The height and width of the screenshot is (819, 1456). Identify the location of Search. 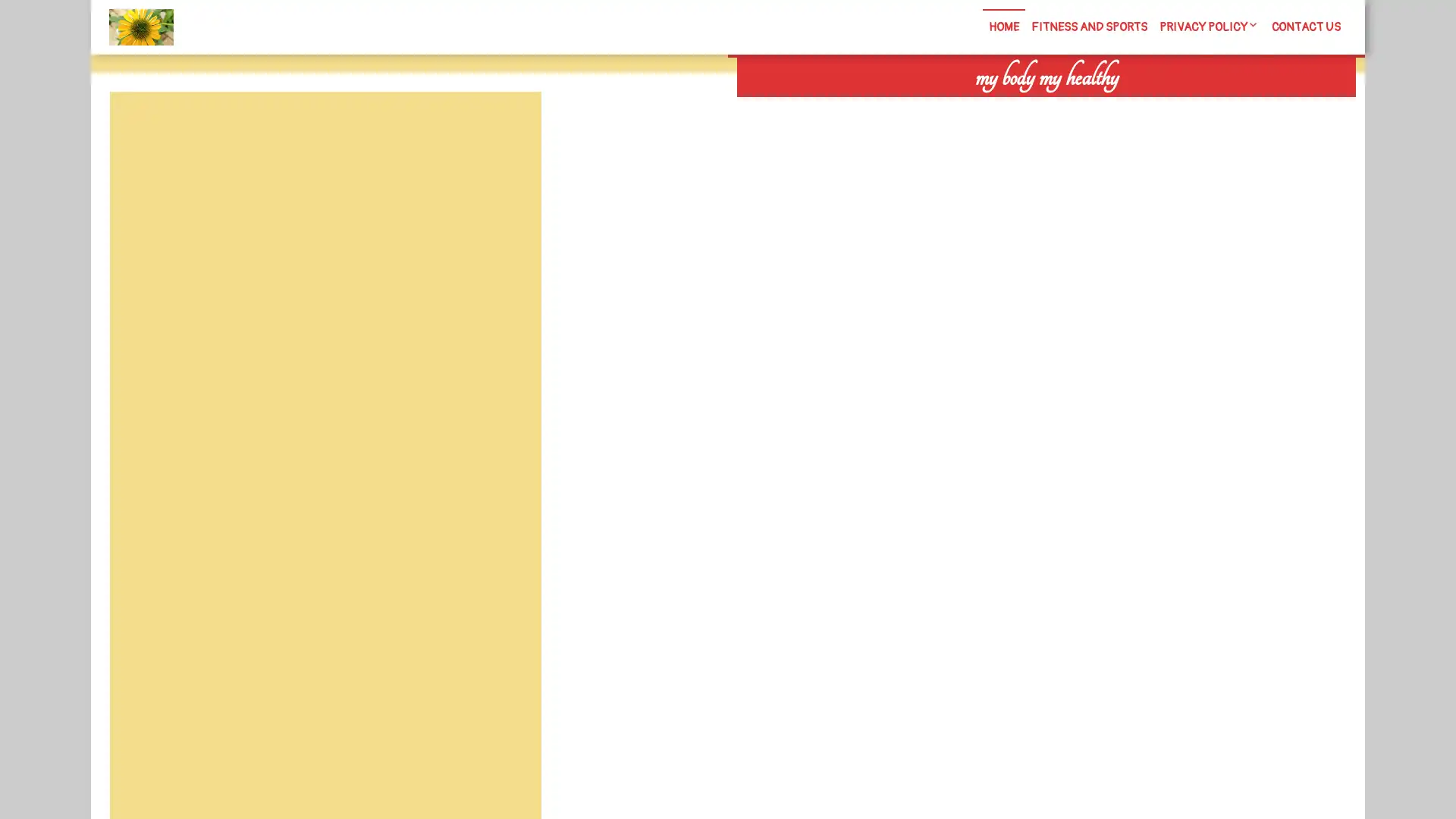
(1181, 106).